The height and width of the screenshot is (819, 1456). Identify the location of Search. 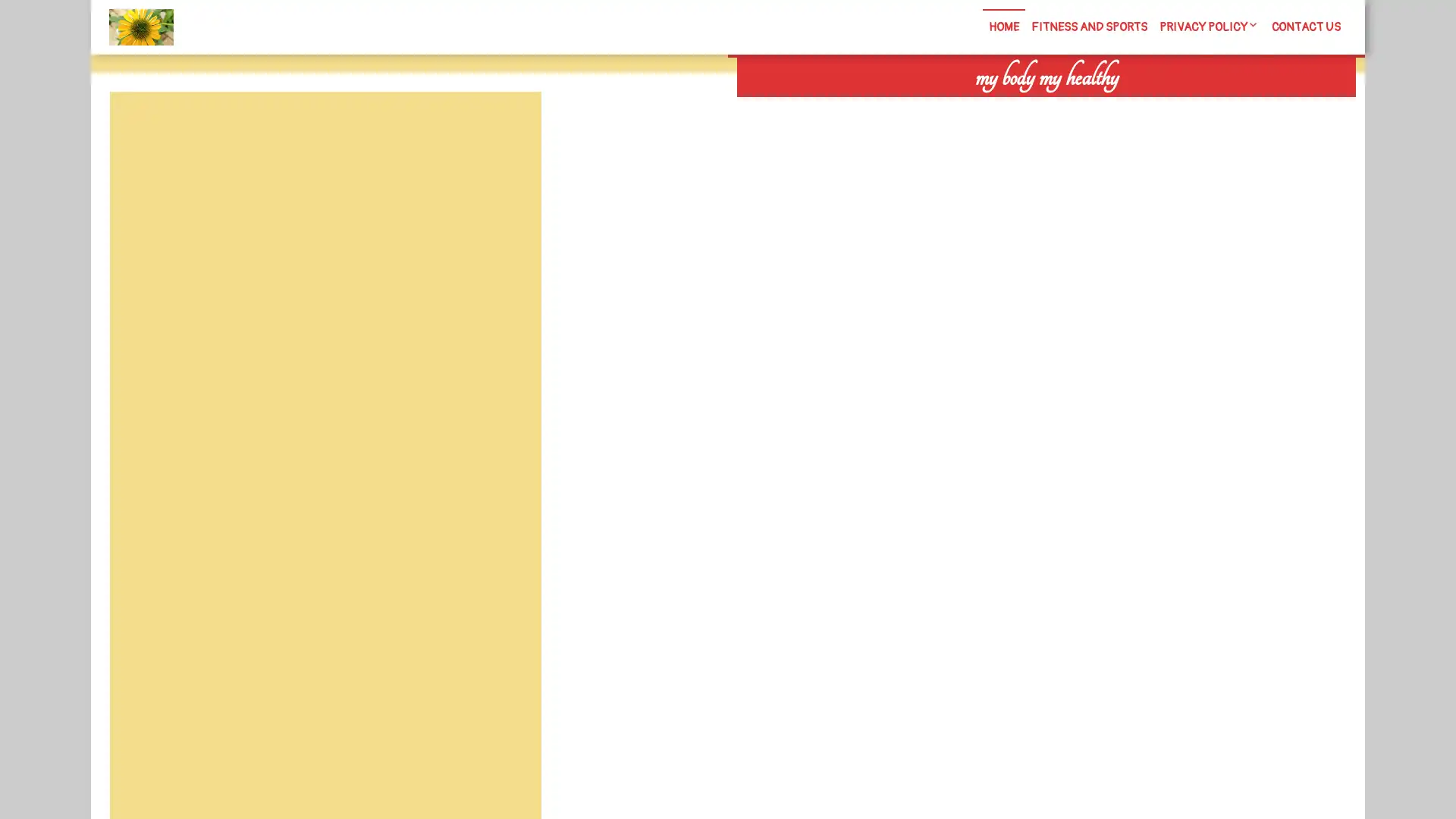
(1181, 106).